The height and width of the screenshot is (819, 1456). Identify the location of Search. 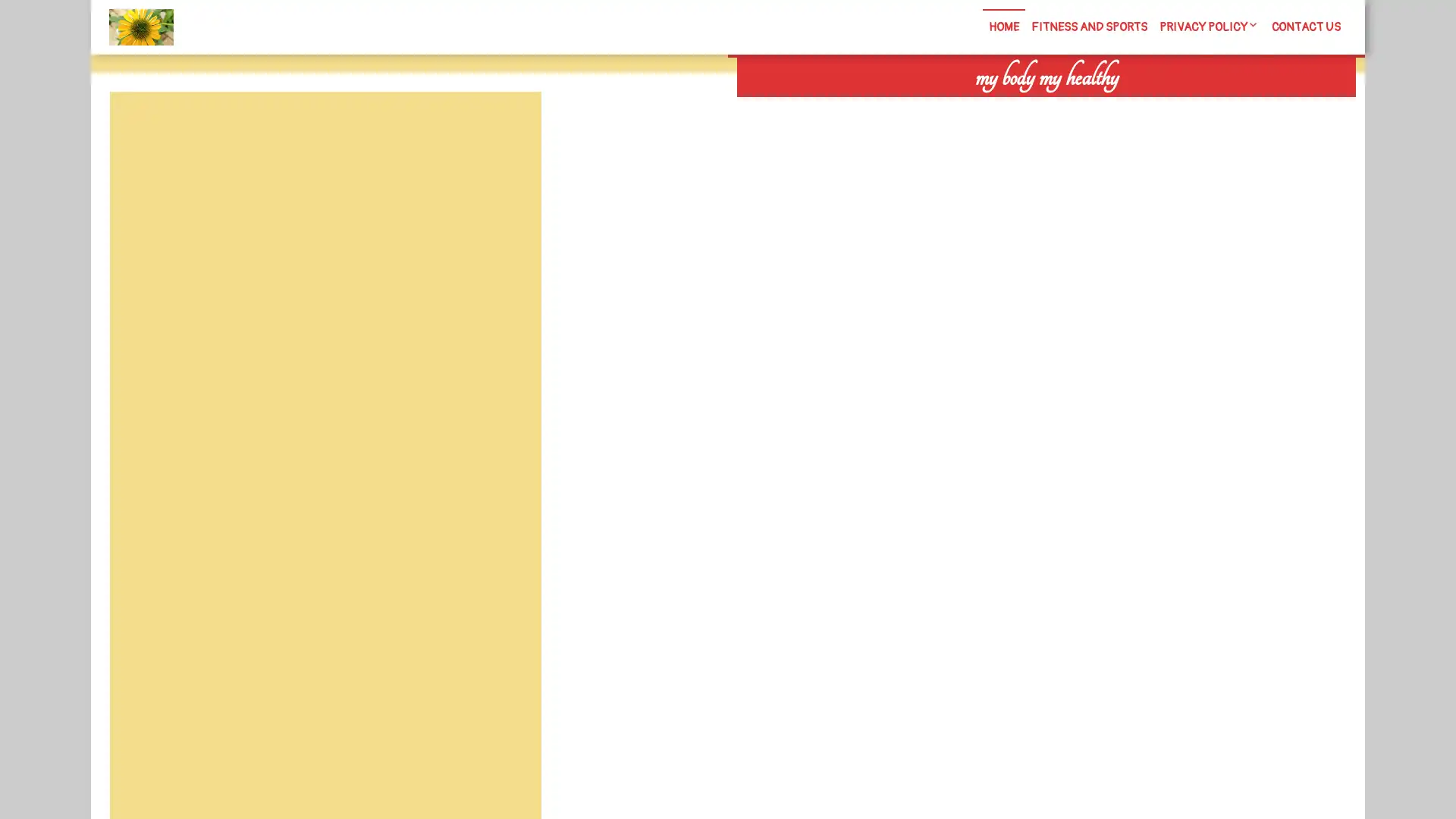
(1181, 106).